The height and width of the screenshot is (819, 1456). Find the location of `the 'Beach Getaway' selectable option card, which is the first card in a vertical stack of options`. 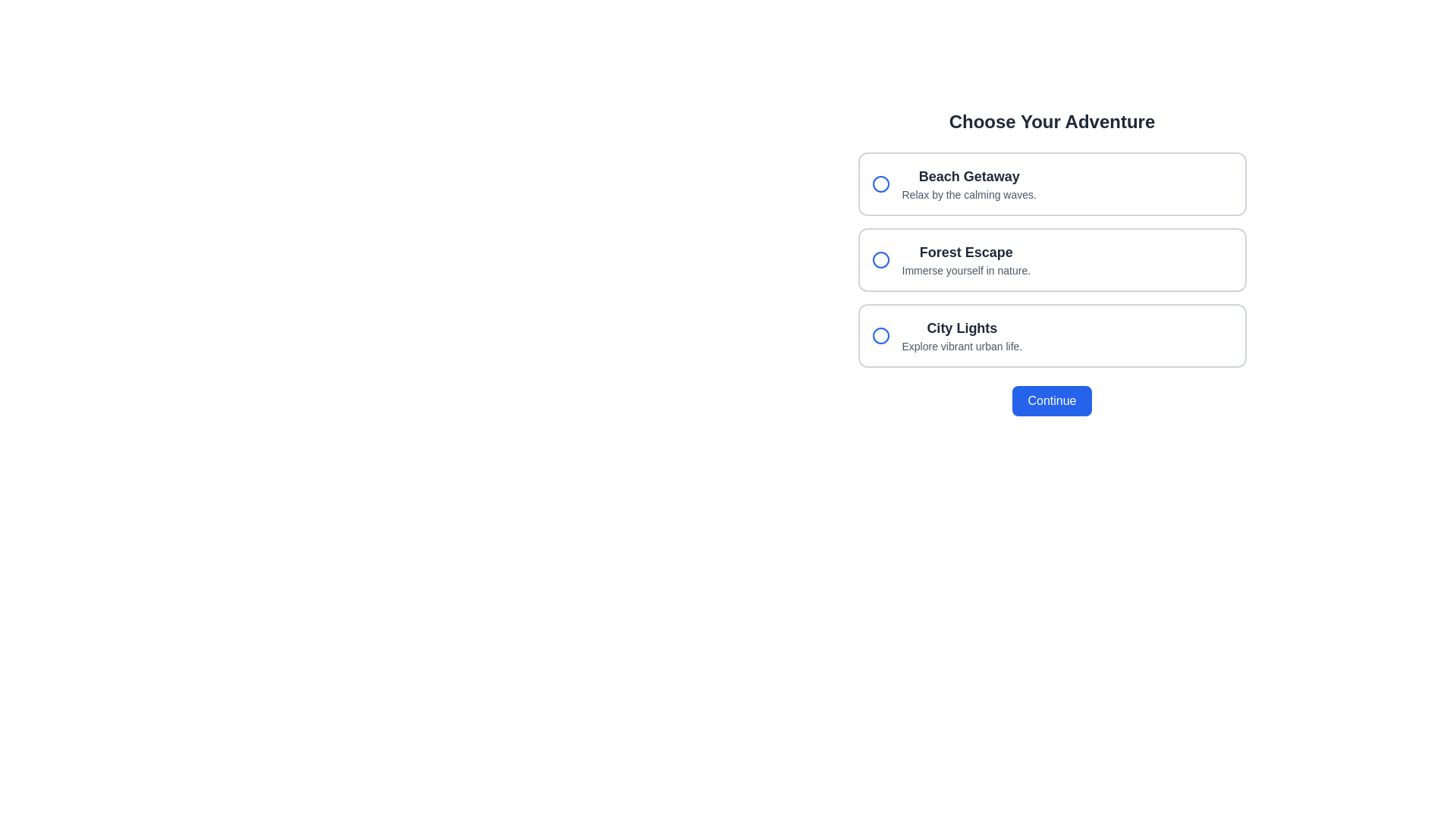

the 'Beach Getaway' selectable option card, which is the first card in a vertical stack of options is located at coordinates (1051, 184).